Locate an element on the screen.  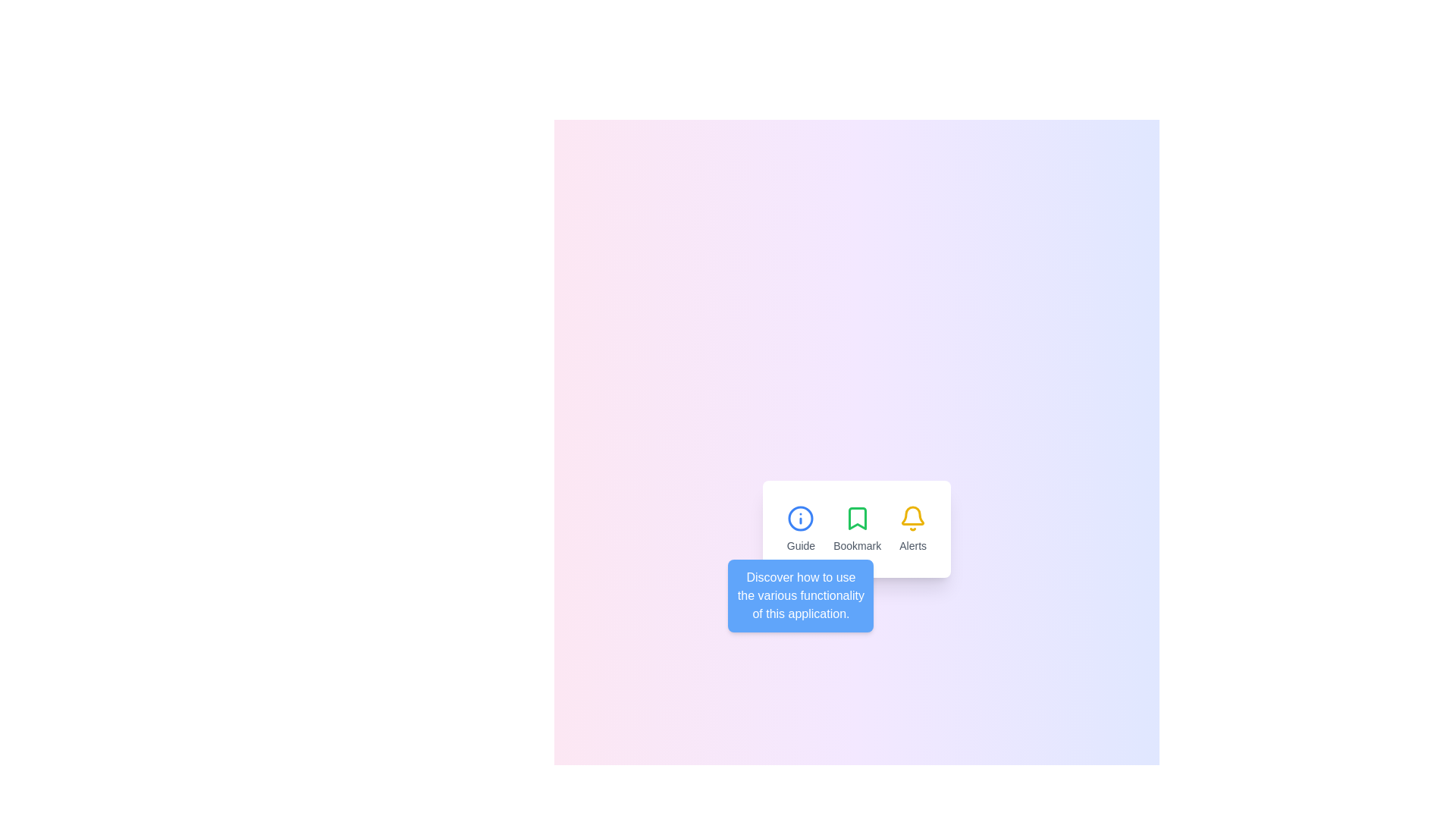
the tooltip with the blue background containing the text 'Discover how to use the various functionality of this application.' for accessibility is located at coordinates (800, 595).